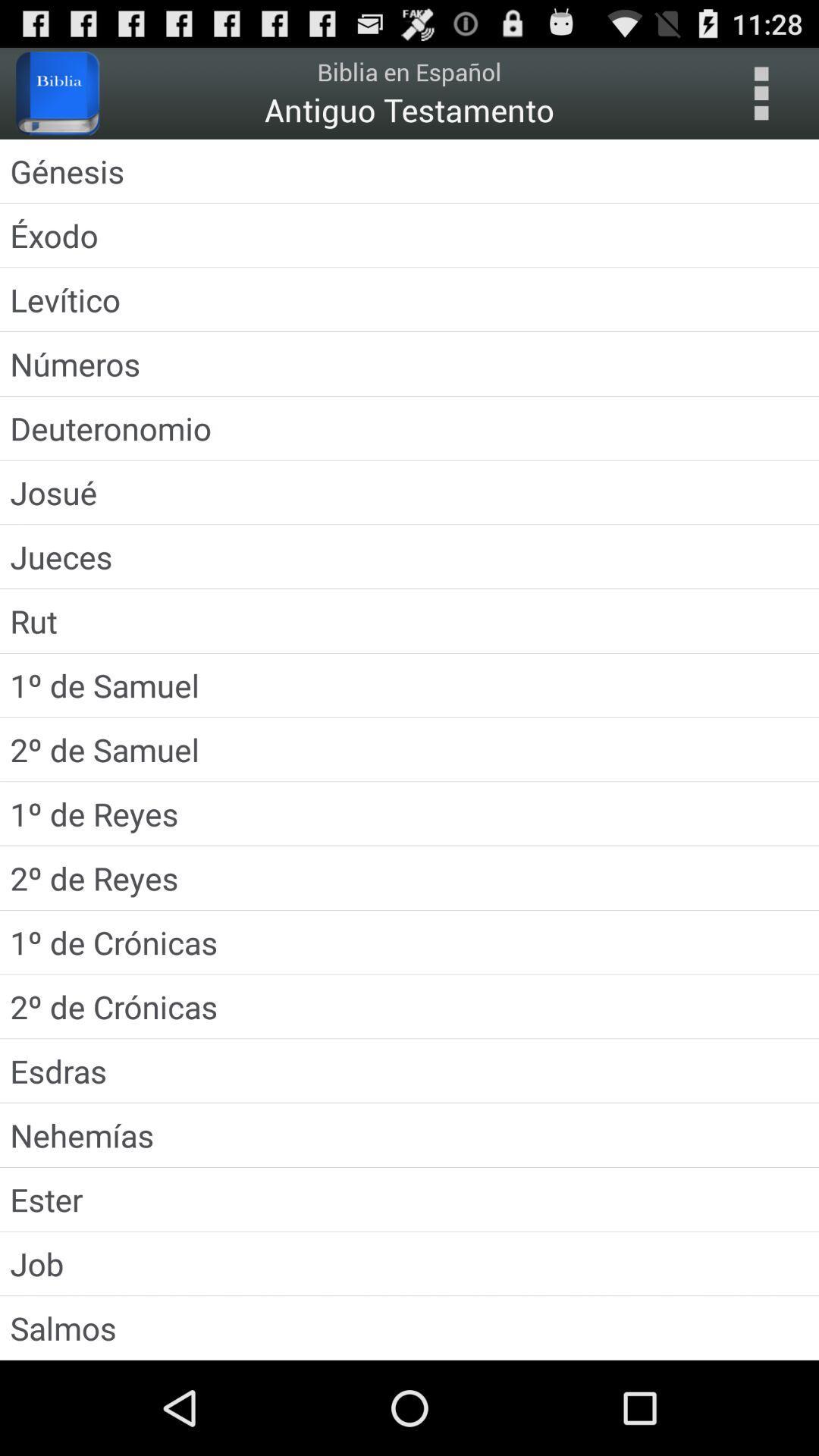  What do you see at coordinates (409, 1135) in the screenshot?
I see `item below esdras icon` at bounding box center [409, 1135].